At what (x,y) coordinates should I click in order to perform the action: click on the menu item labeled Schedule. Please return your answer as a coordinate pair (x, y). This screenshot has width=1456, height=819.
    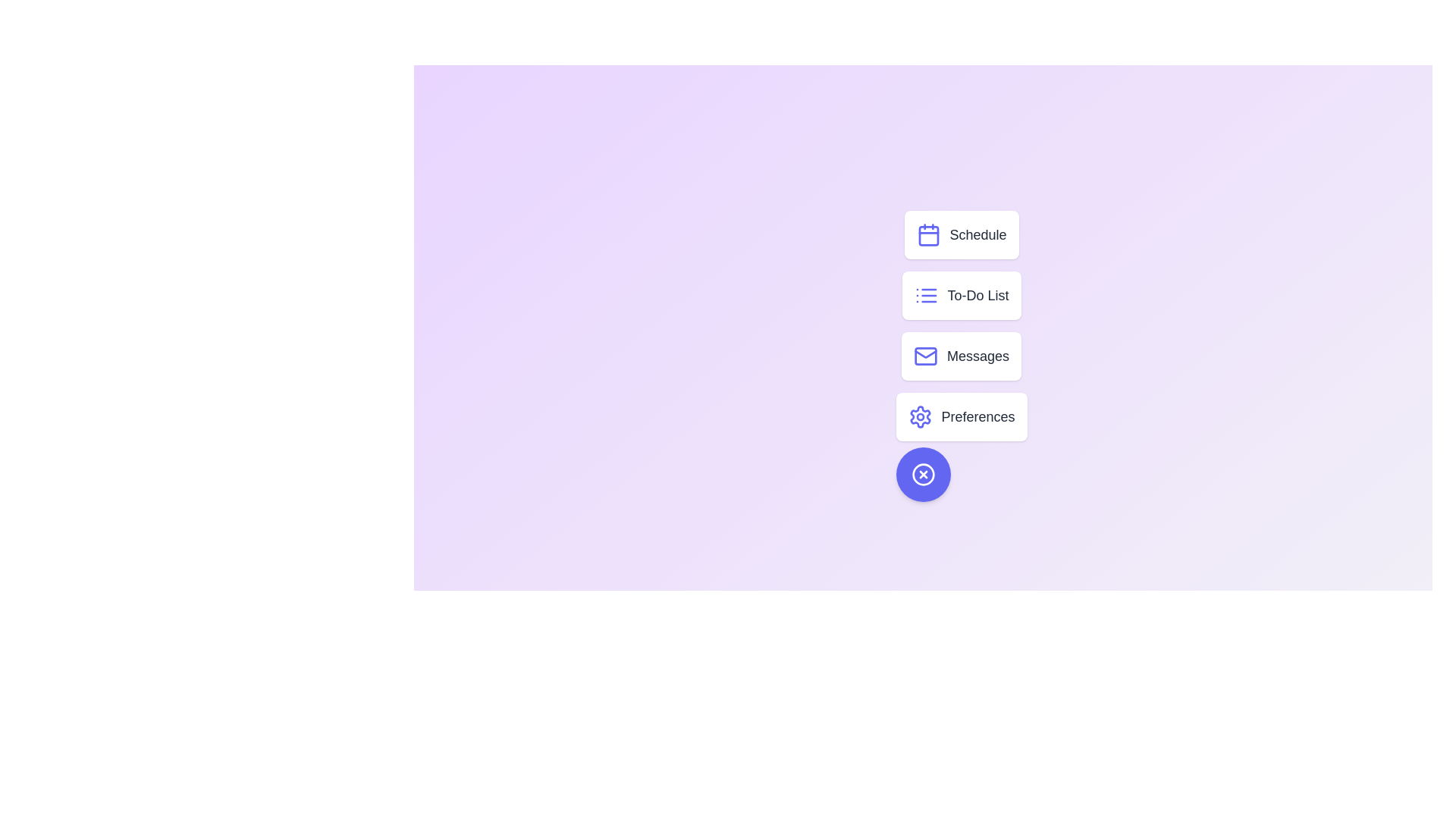
    Looking at the image, I should click on (960, 234).